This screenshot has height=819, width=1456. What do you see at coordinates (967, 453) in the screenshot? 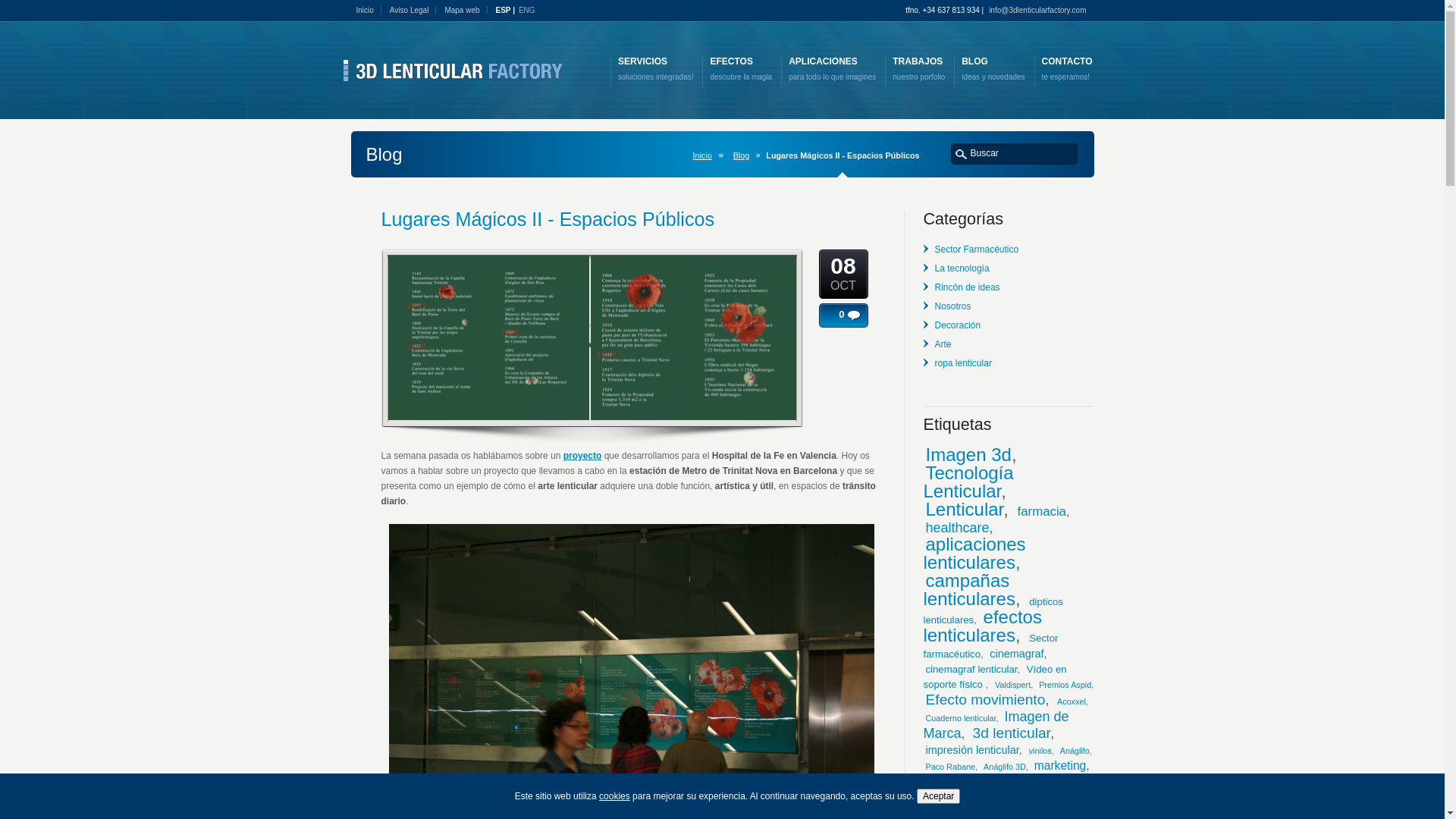
I see `'Imagen 3d'` at bounding box center [967, 453].